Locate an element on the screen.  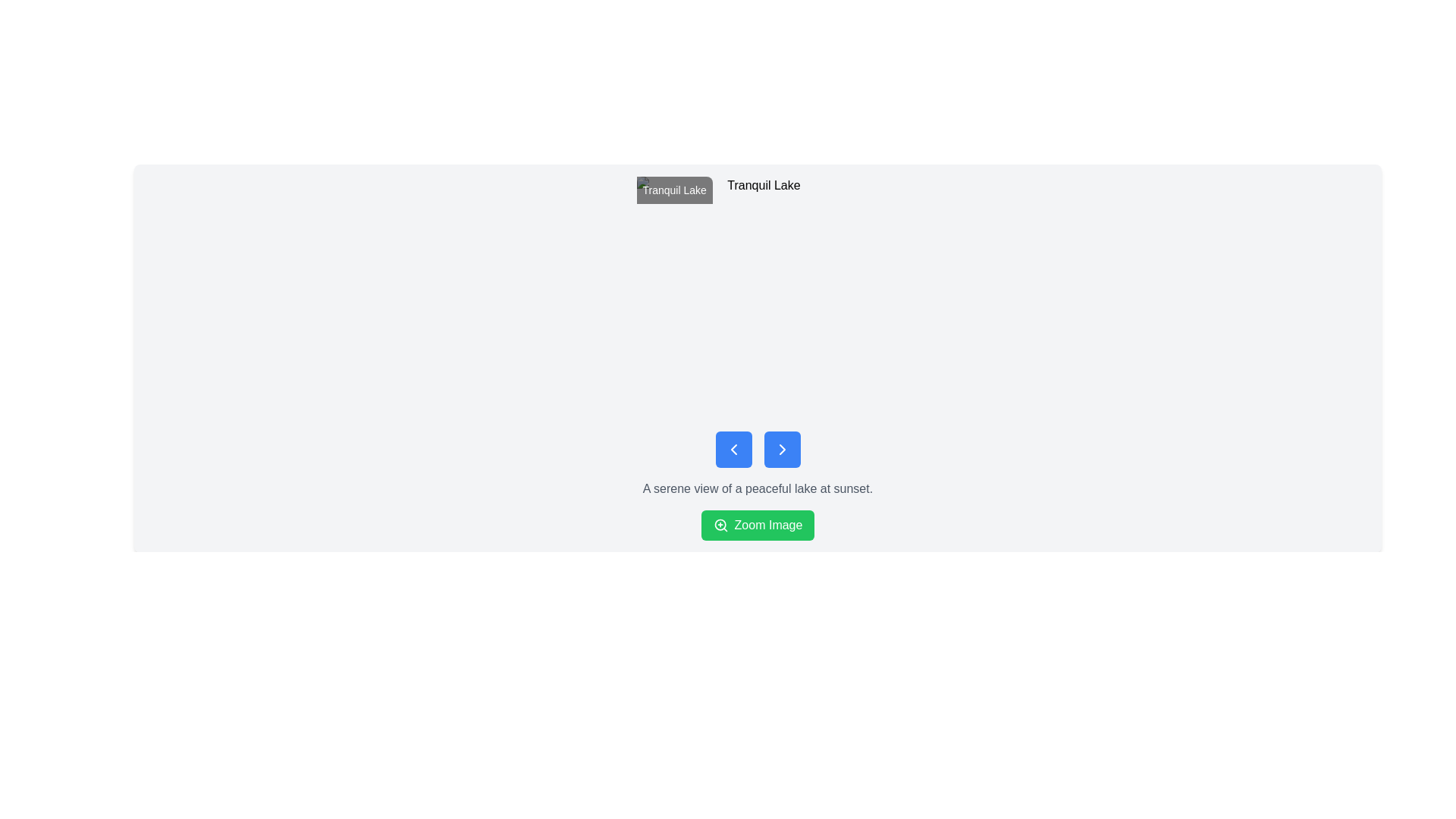
the 'Zoom Image' button, which contains text indicating its function and is located in the center-bottom section of the interface, to zoom an image is located at coordinates (768, 525).